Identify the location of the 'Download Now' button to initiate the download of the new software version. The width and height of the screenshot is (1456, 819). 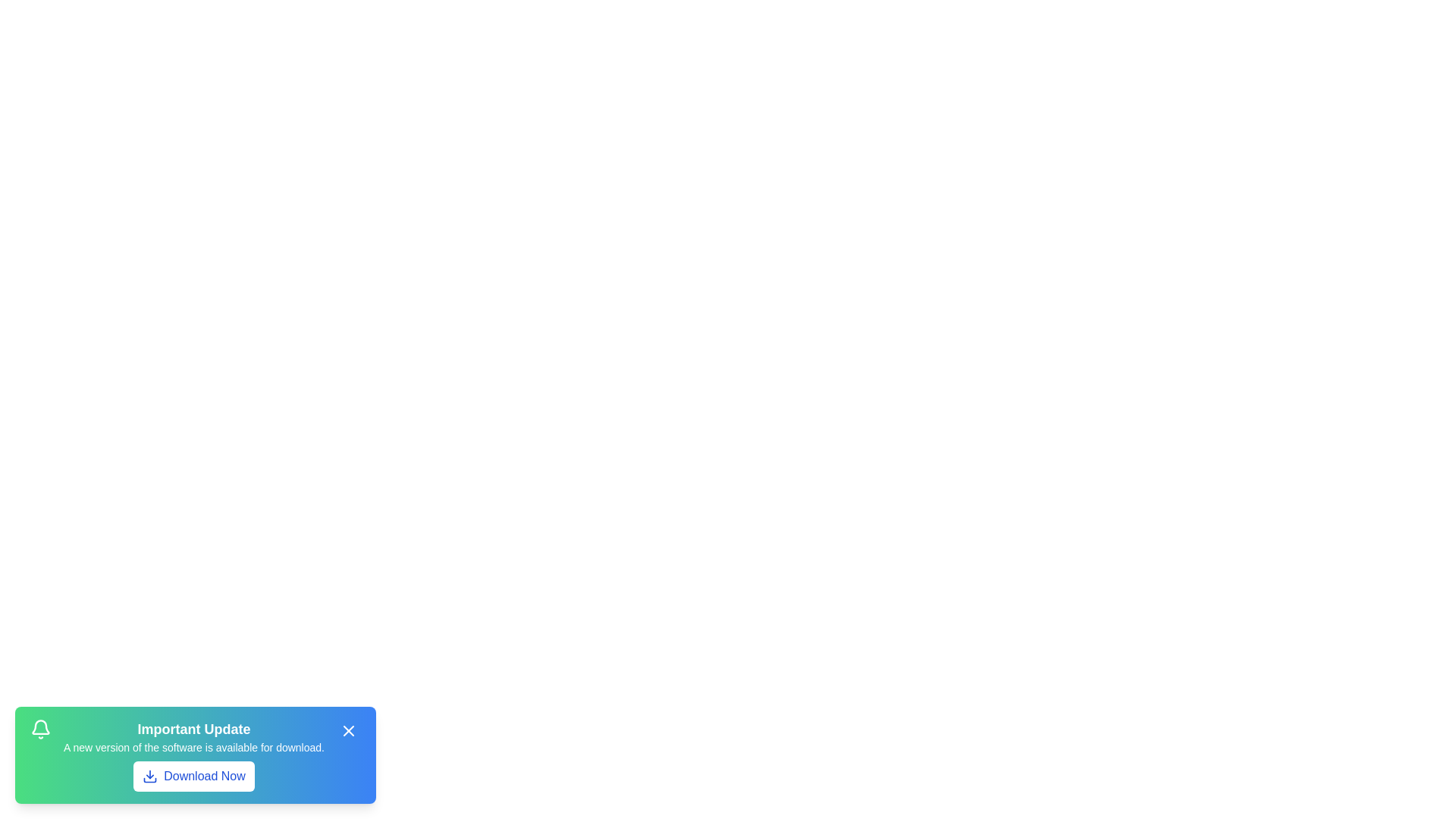
(193, 776).